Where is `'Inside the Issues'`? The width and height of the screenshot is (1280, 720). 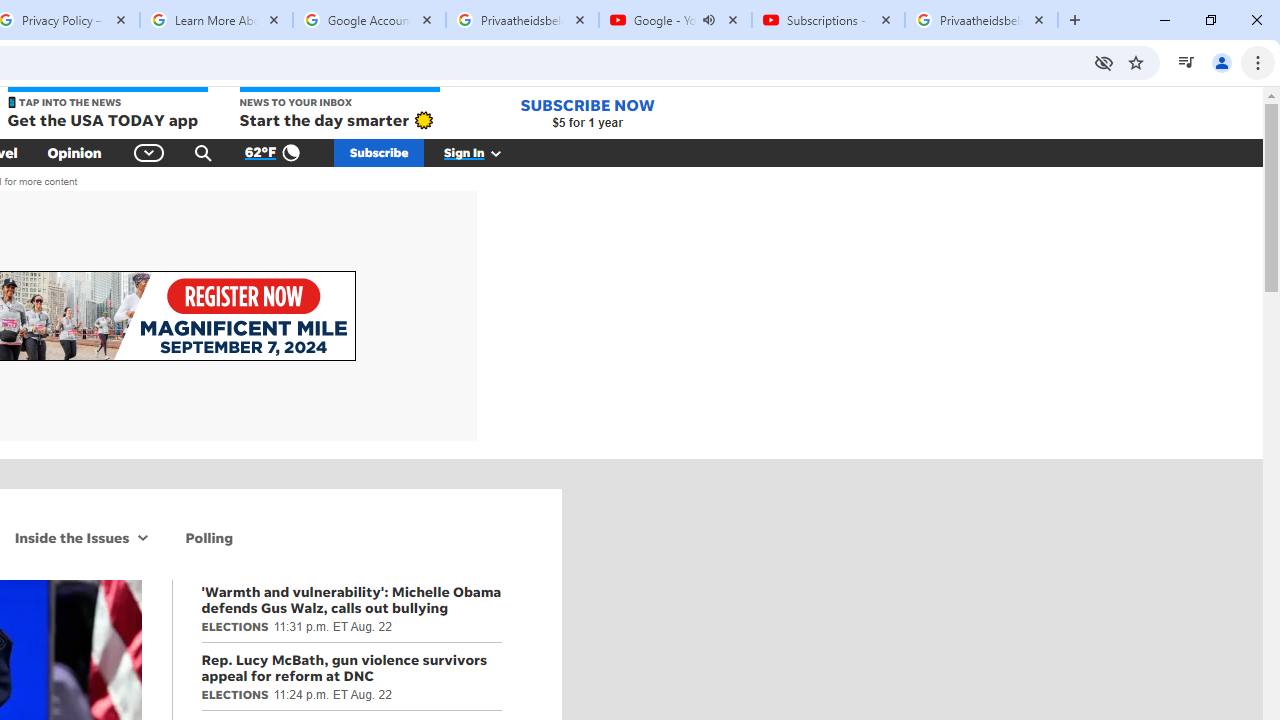
'Inside the Issues' is located at coordinates (69, 536).